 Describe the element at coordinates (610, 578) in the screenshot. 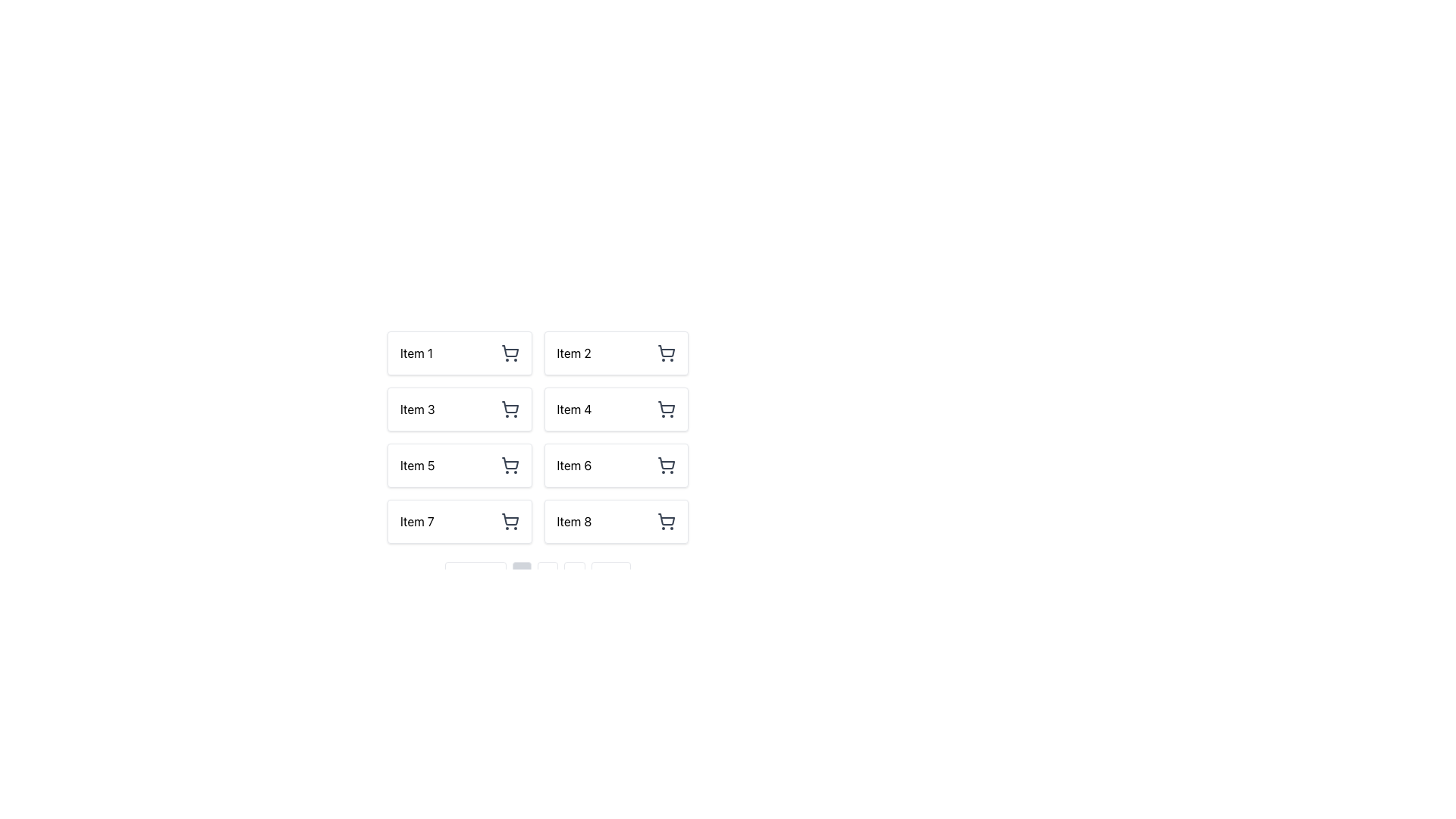

I see `the 'Next' button located at the bottom of the page` at that location.